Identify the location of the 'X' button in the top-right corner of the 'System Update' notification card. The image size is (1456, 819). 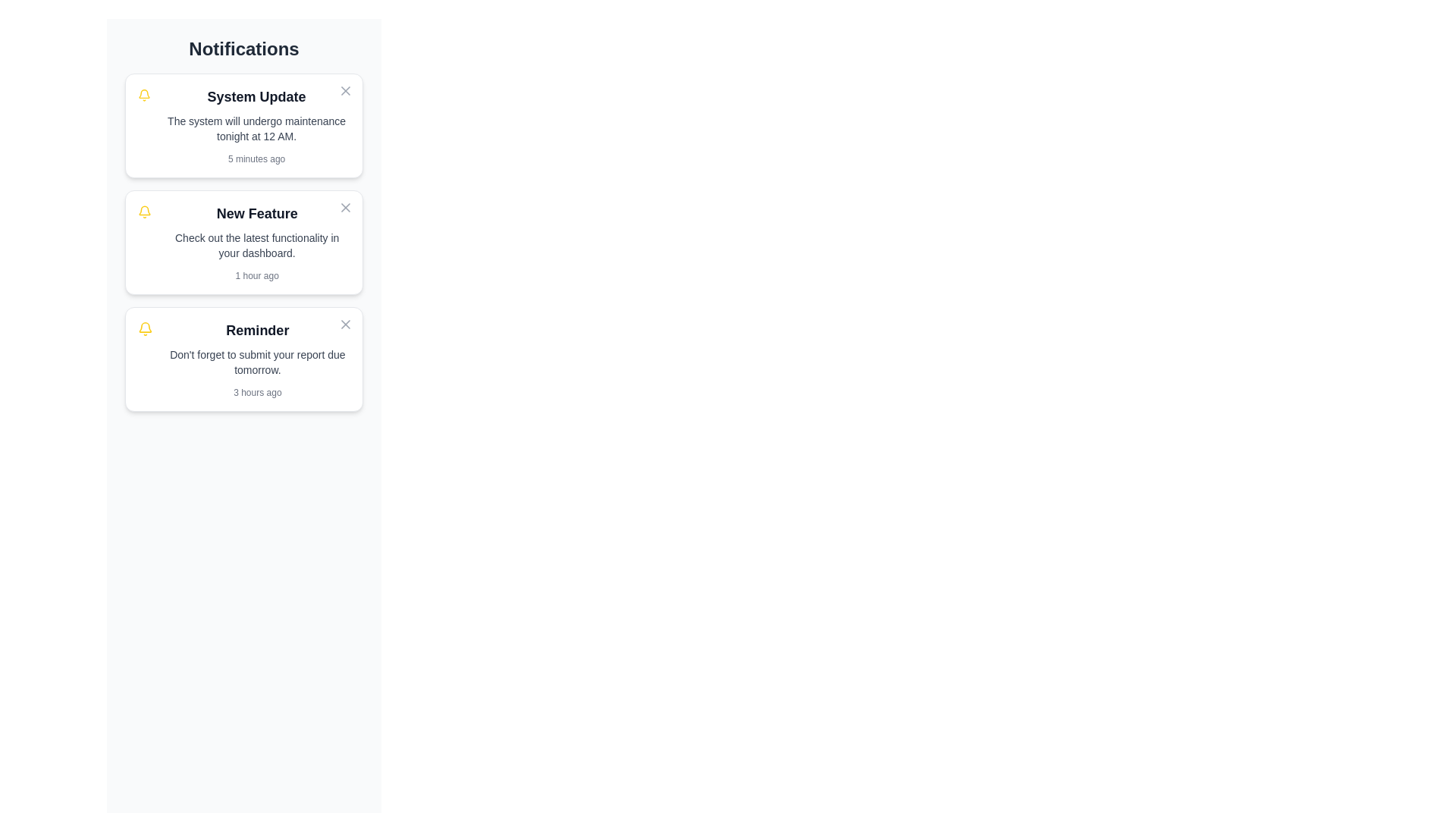
(345, 90).